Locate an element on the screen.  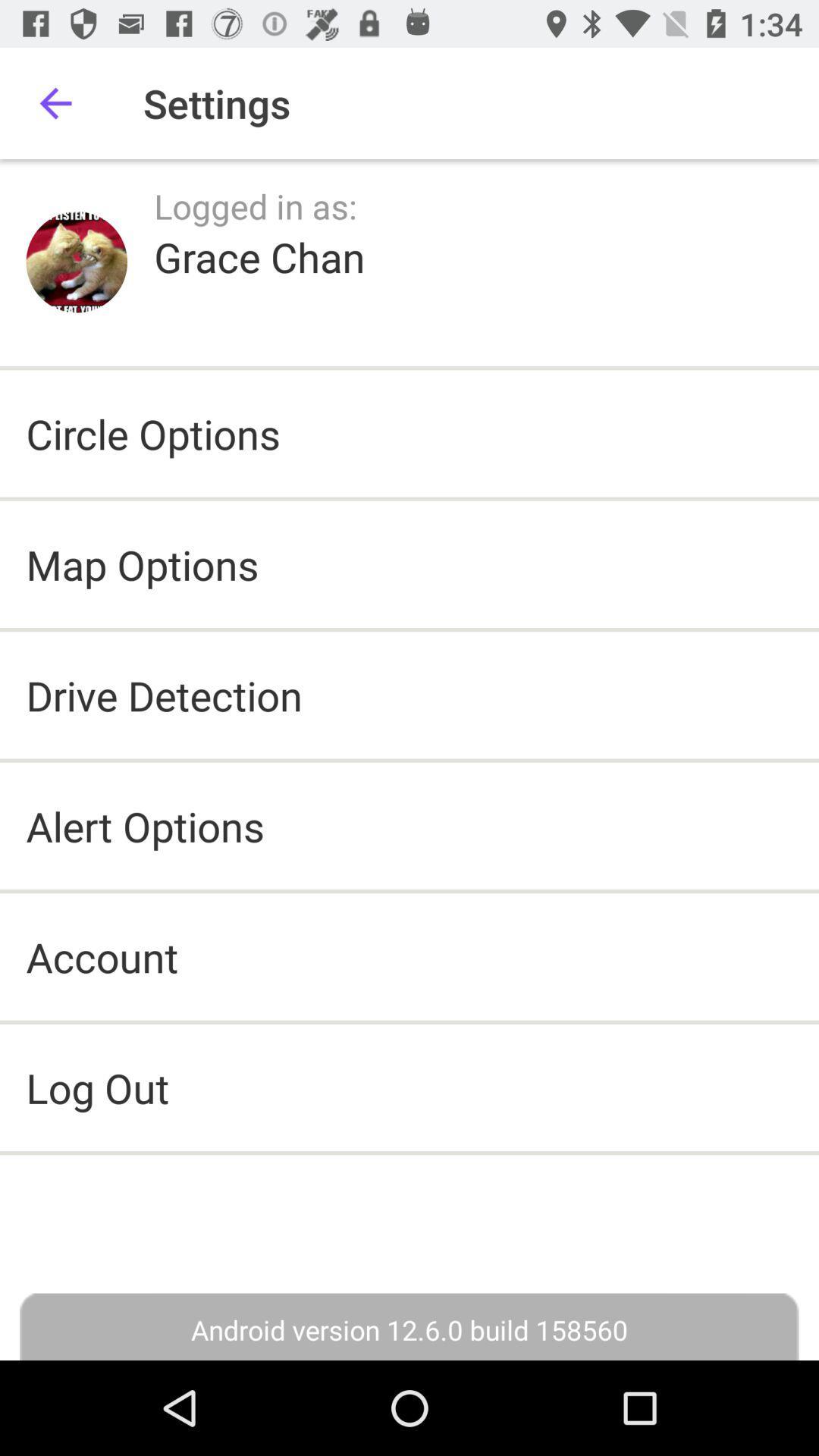
the drive detection item is located at coordinates (164, 694).